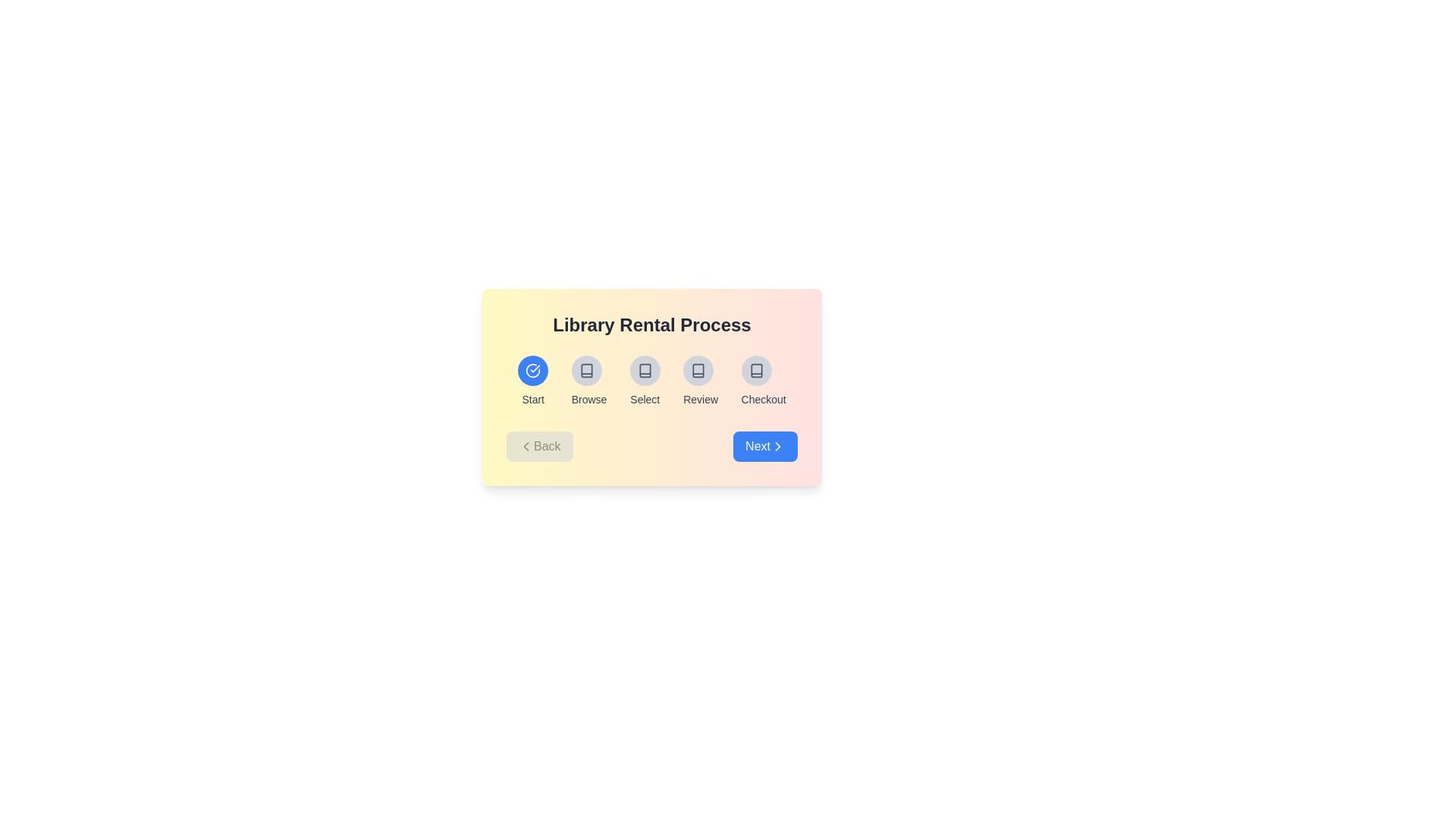 Image resolution: width=1456 pixels, height=819 pixels. What do you see at coordinates (533, 371) in the screenshot?
I see `the visual representation of the current stage to inspect it` at bounding box center [533, 371].